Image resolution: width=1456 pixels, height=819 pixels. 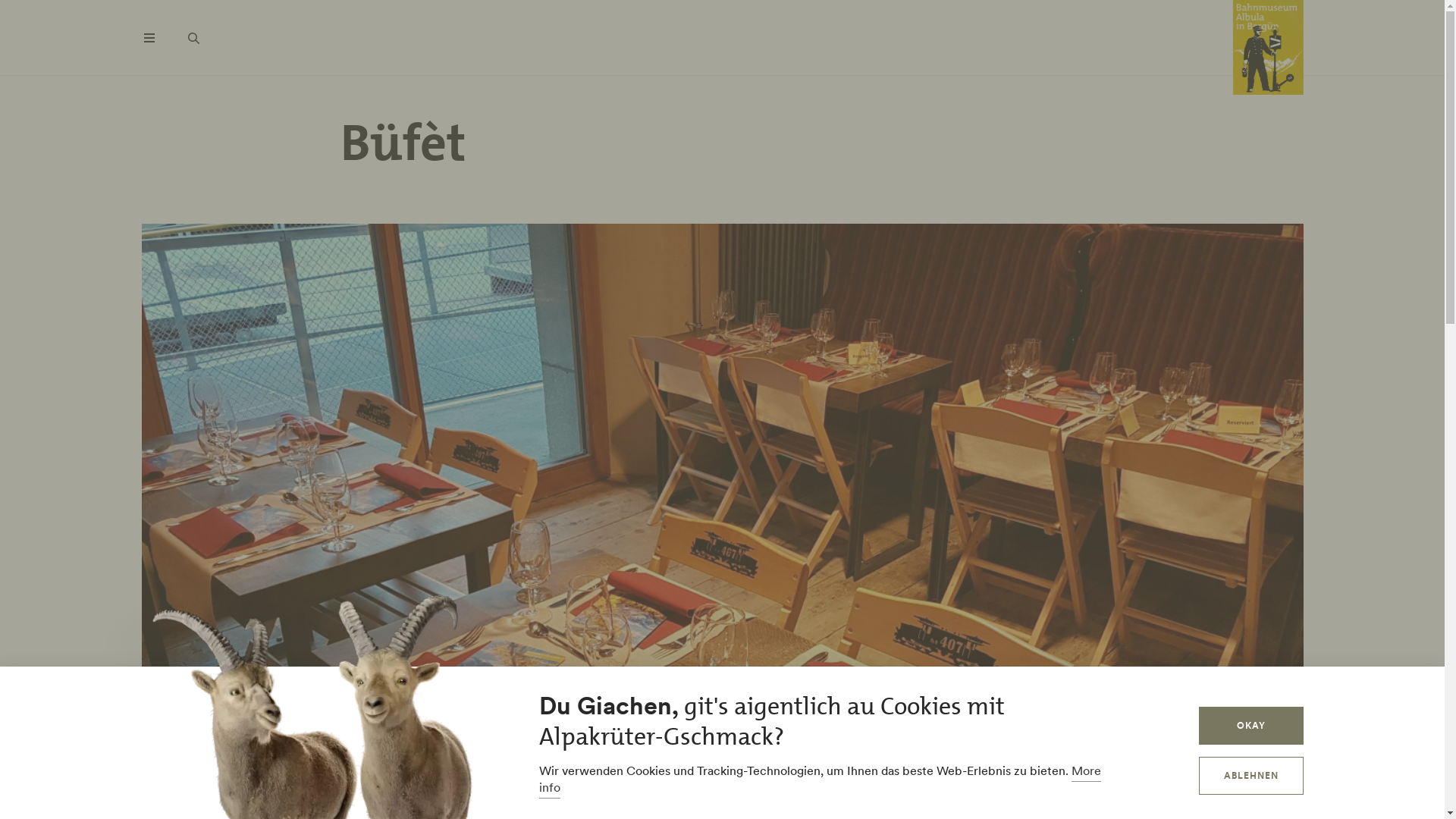 What do you see at coordinates (1268, 48) in the screenshot?
I see `'Home'` at bounding box center [1268, 48].